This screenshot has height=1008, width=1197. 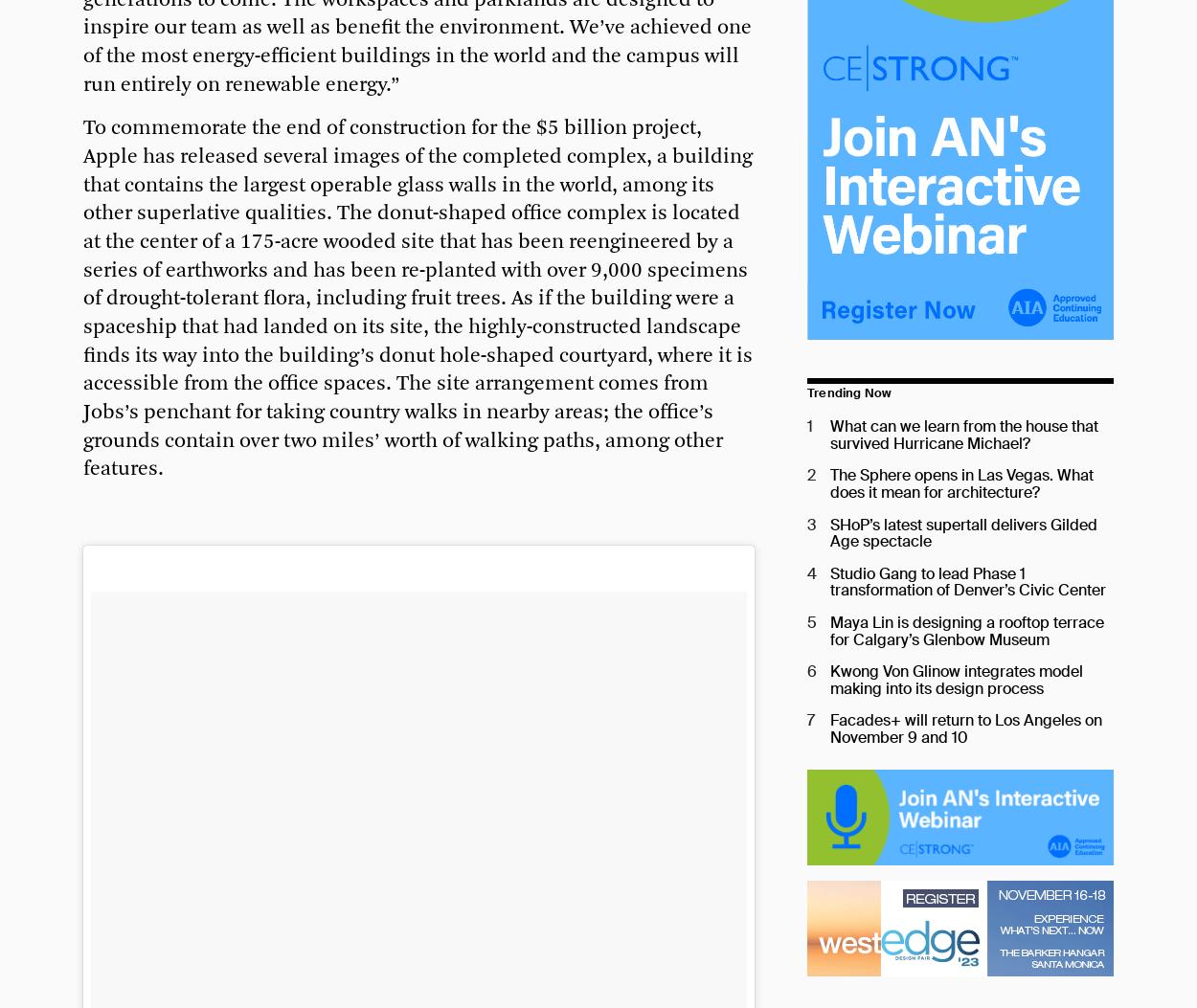 What do you see at coordinates (848, 392) in the screenshot?
I see `'Trending Now'` at bounding box center [848, 392].